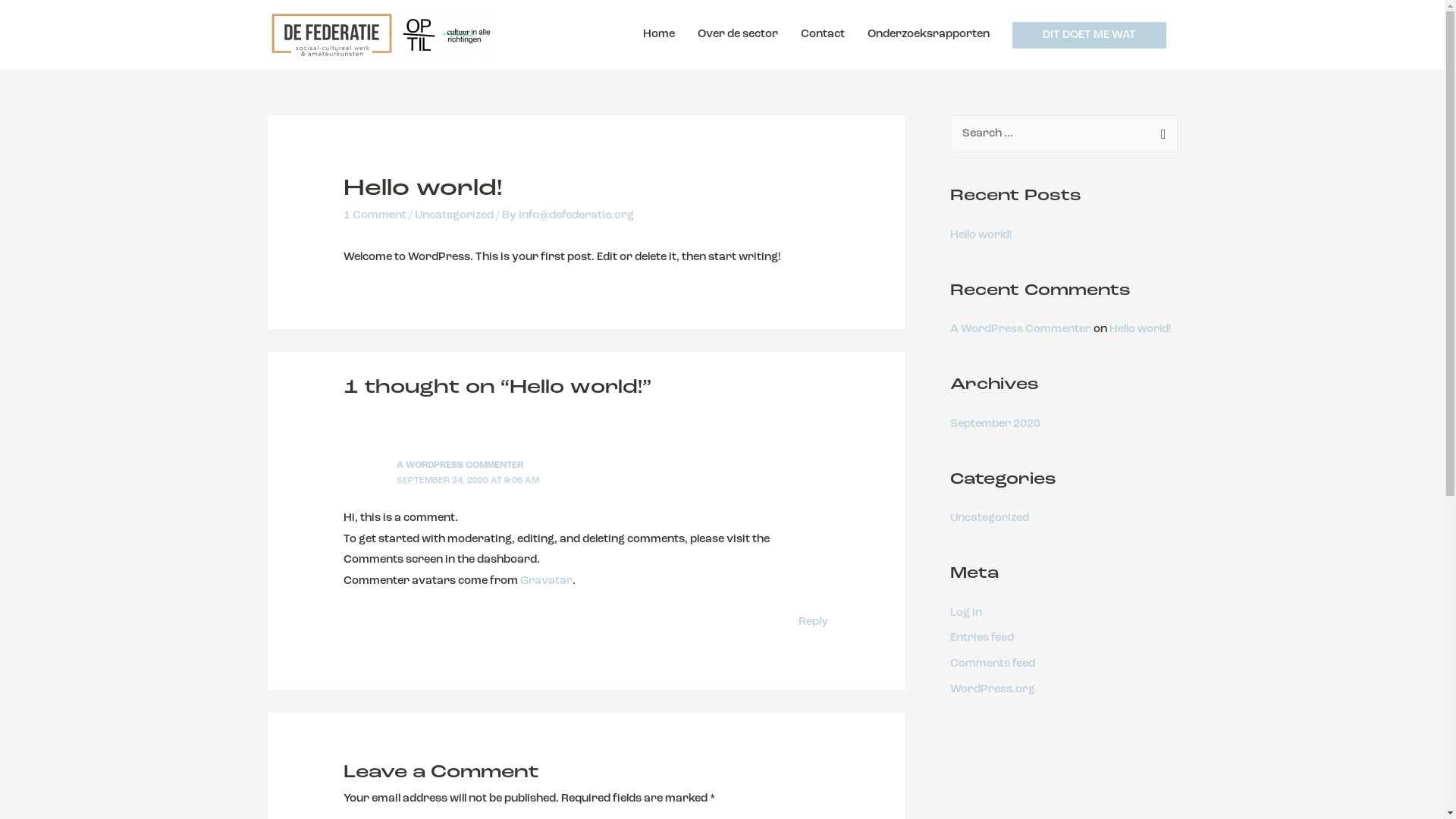  I want to click on 'SEPTEMBER 24, 2020 AT 9:06 AM', so click(467, 480).